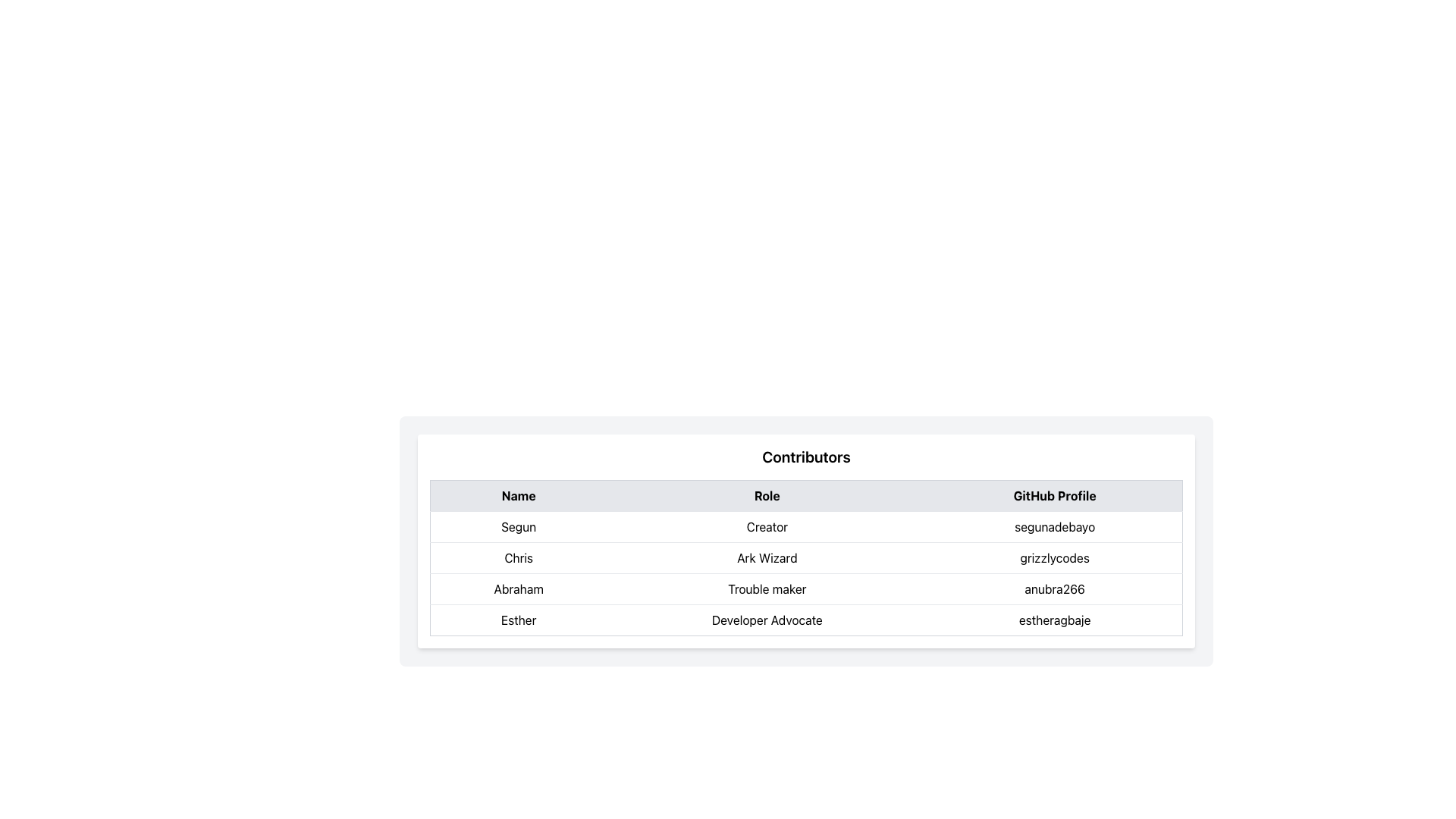 This screenshot has width=1456, height=819. I want to click on the 'Name' header cell in the table, which is the first cell in the top row and displays the text in bold on a light gray background, so click(518, 496).